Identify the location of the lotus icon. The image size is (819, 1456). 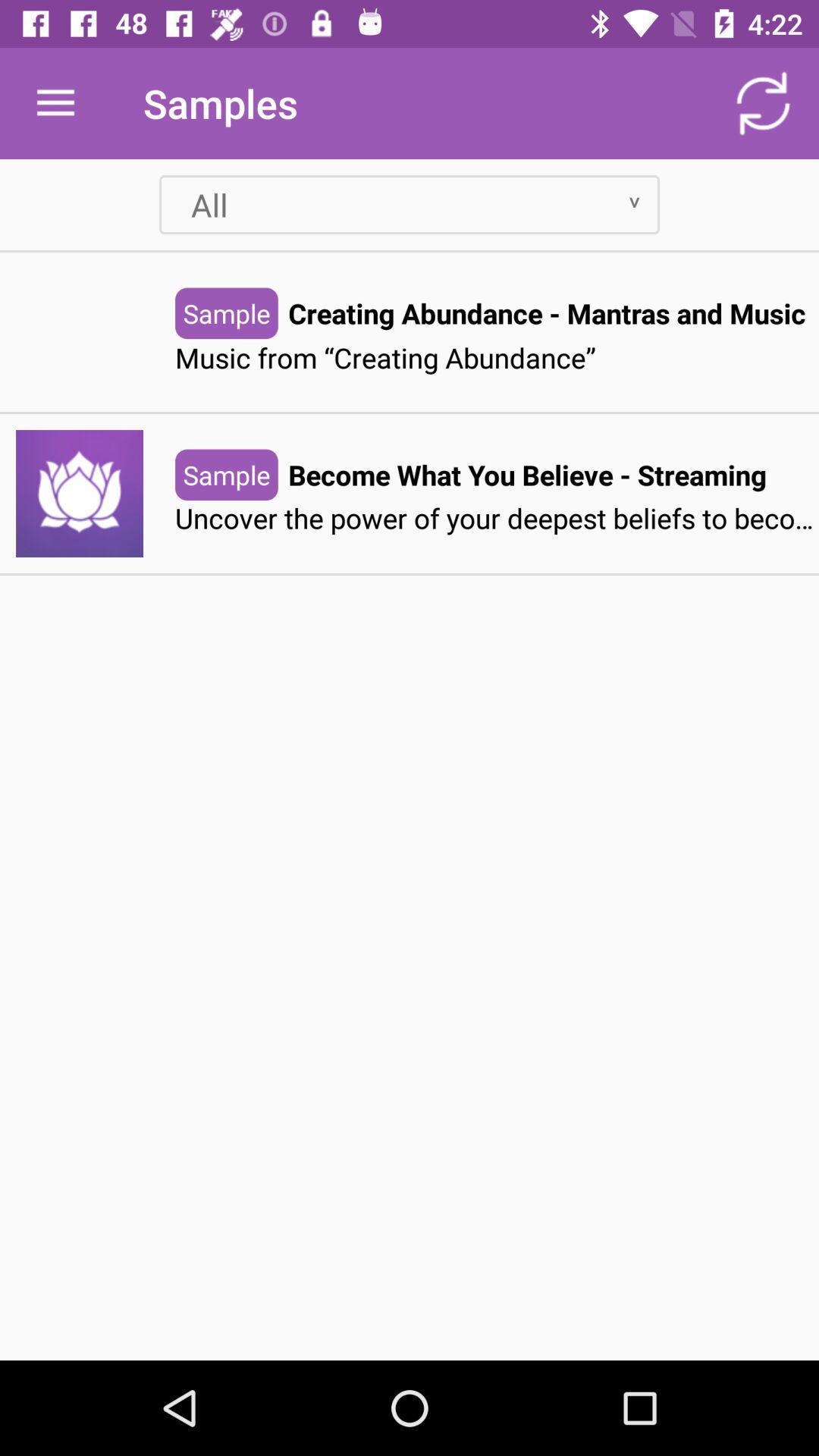
(79, 494).